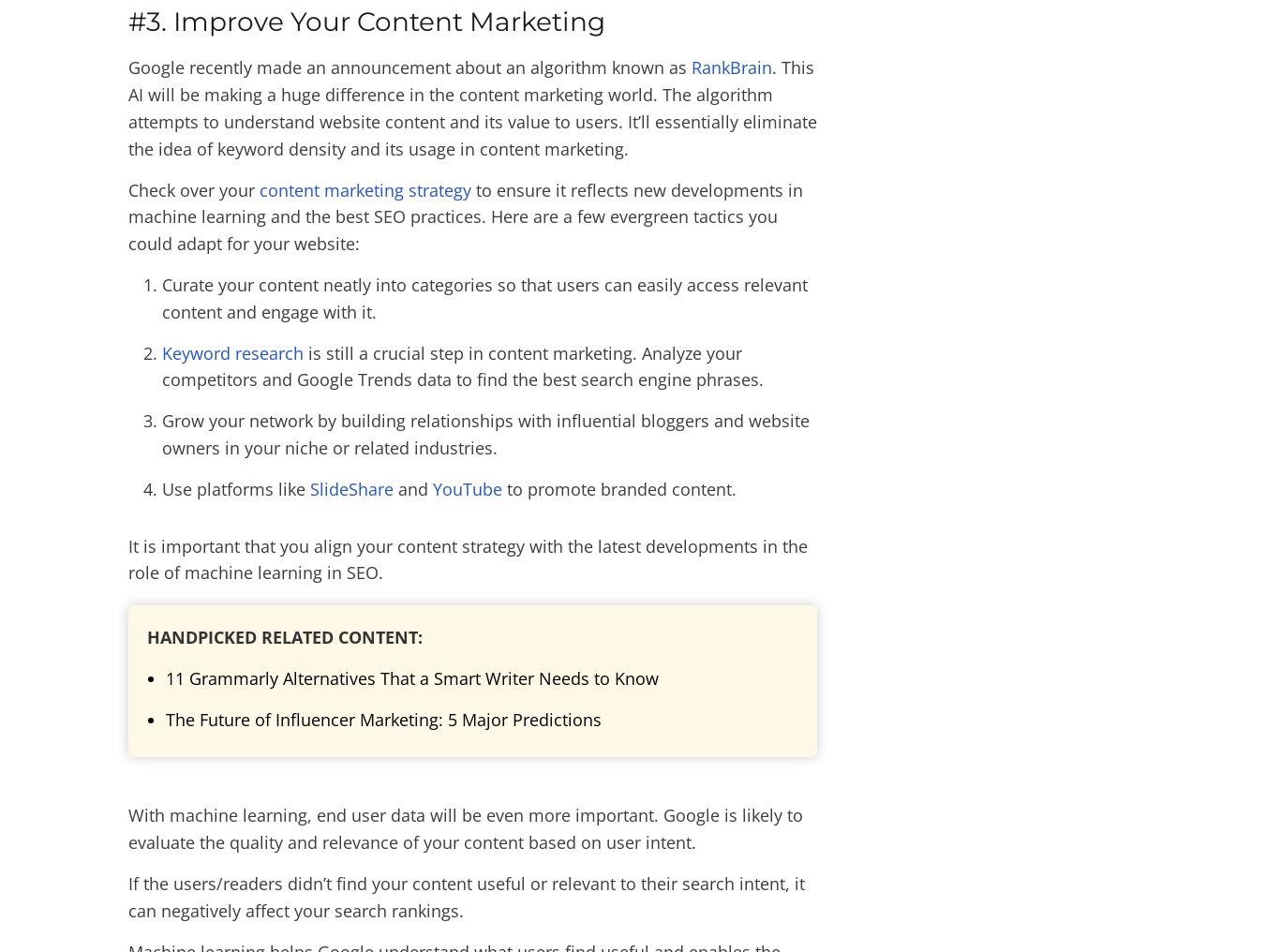  What do you see at coordinates (467, 896) in the screenshot?
I see `'If the users/readers didn’t find your content useful or relevant to their search intent, it can negatively affect your search rankings.'` at bounding box center [467, 896].